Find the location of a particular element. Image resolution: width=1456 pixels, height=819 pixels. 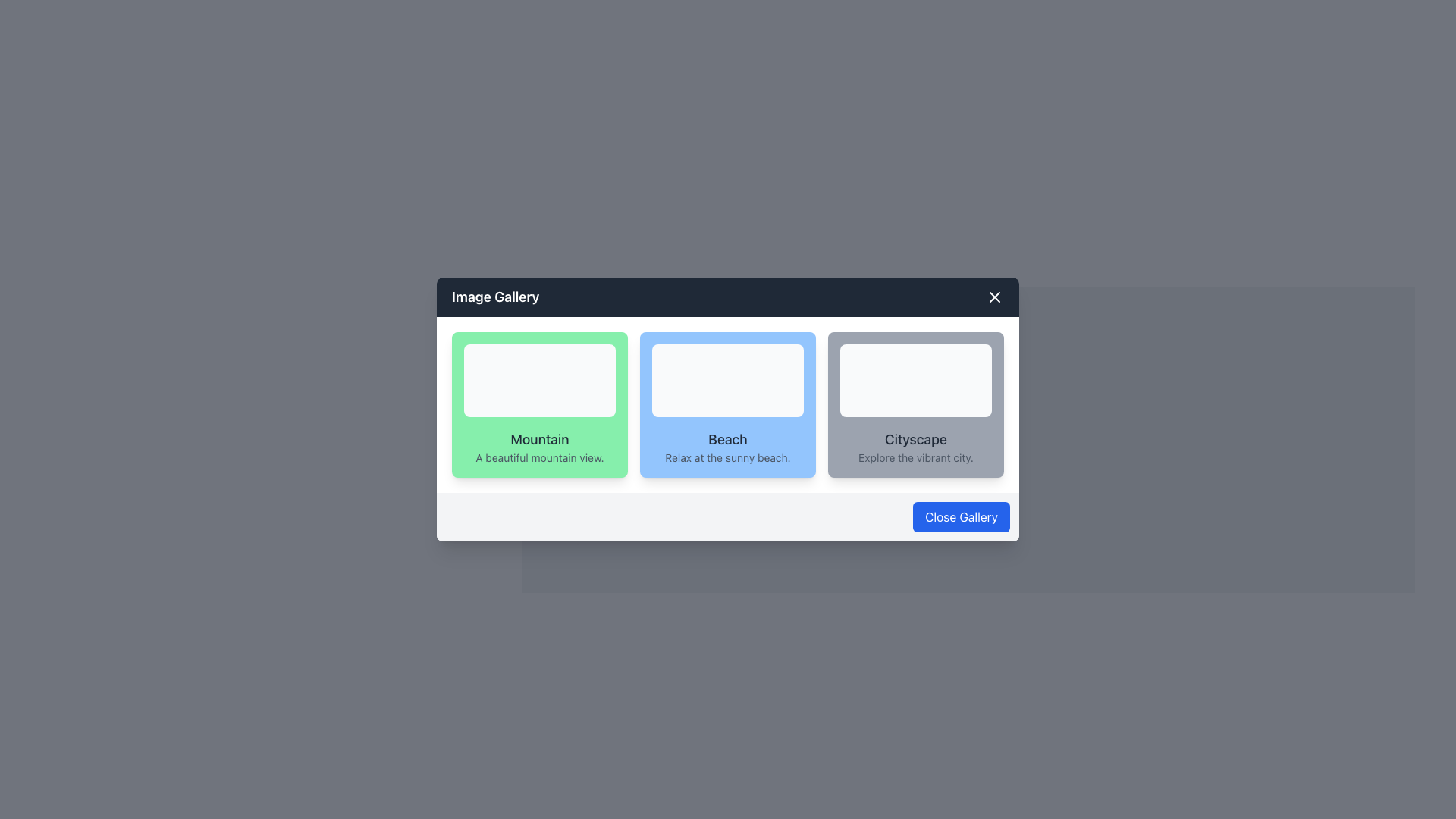

the static text element that reads 'Relax at the sunny beach.', which is located beneath the title 'Beach' and is part of a light blue card is located at coordinates (728, 457).